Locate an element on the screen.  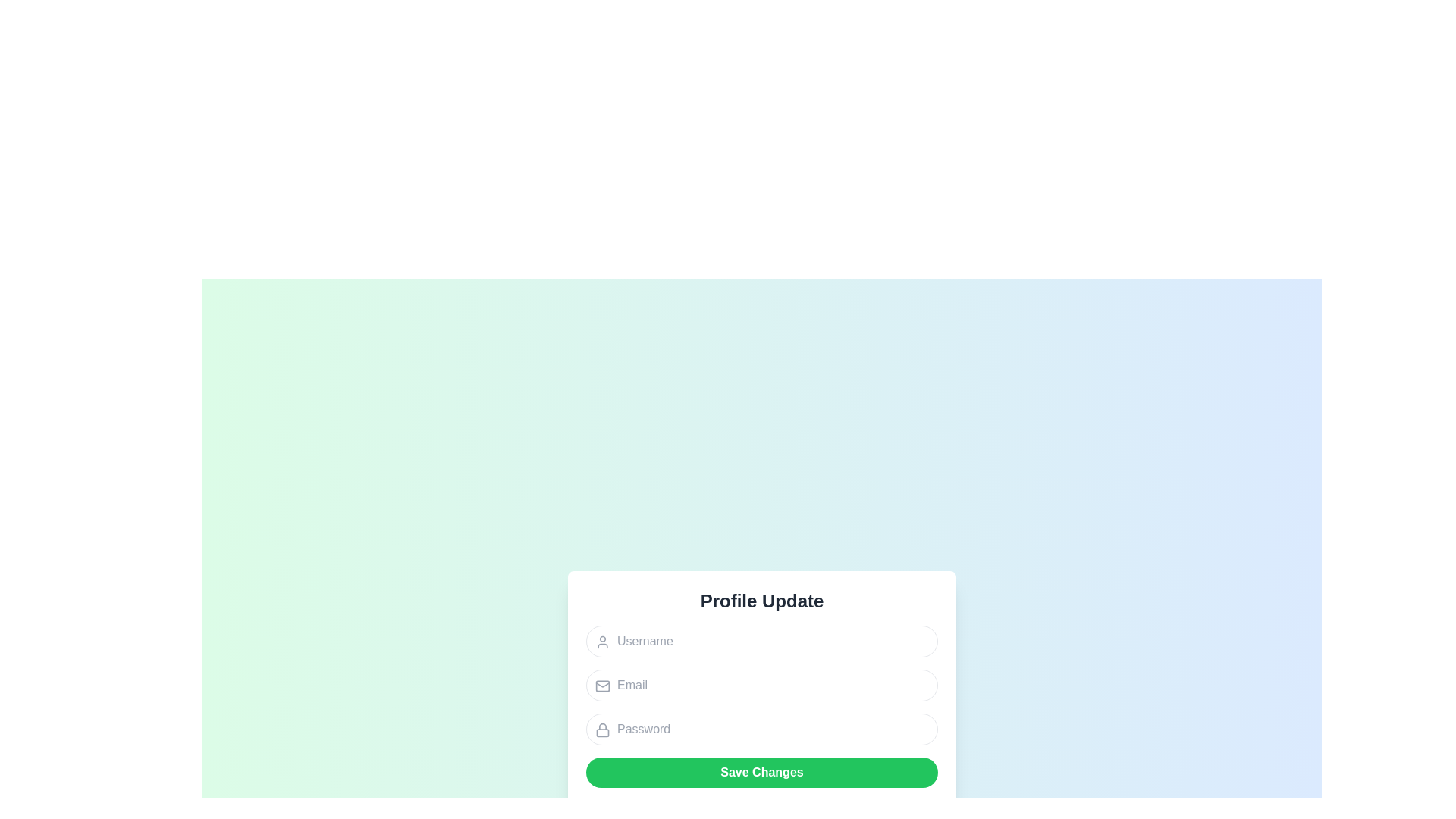
the user icon graphic, which is a small circular head and shoulder outline styled in light gray, located to the left of the 'Username' input field is located at coordinates (602, 642).